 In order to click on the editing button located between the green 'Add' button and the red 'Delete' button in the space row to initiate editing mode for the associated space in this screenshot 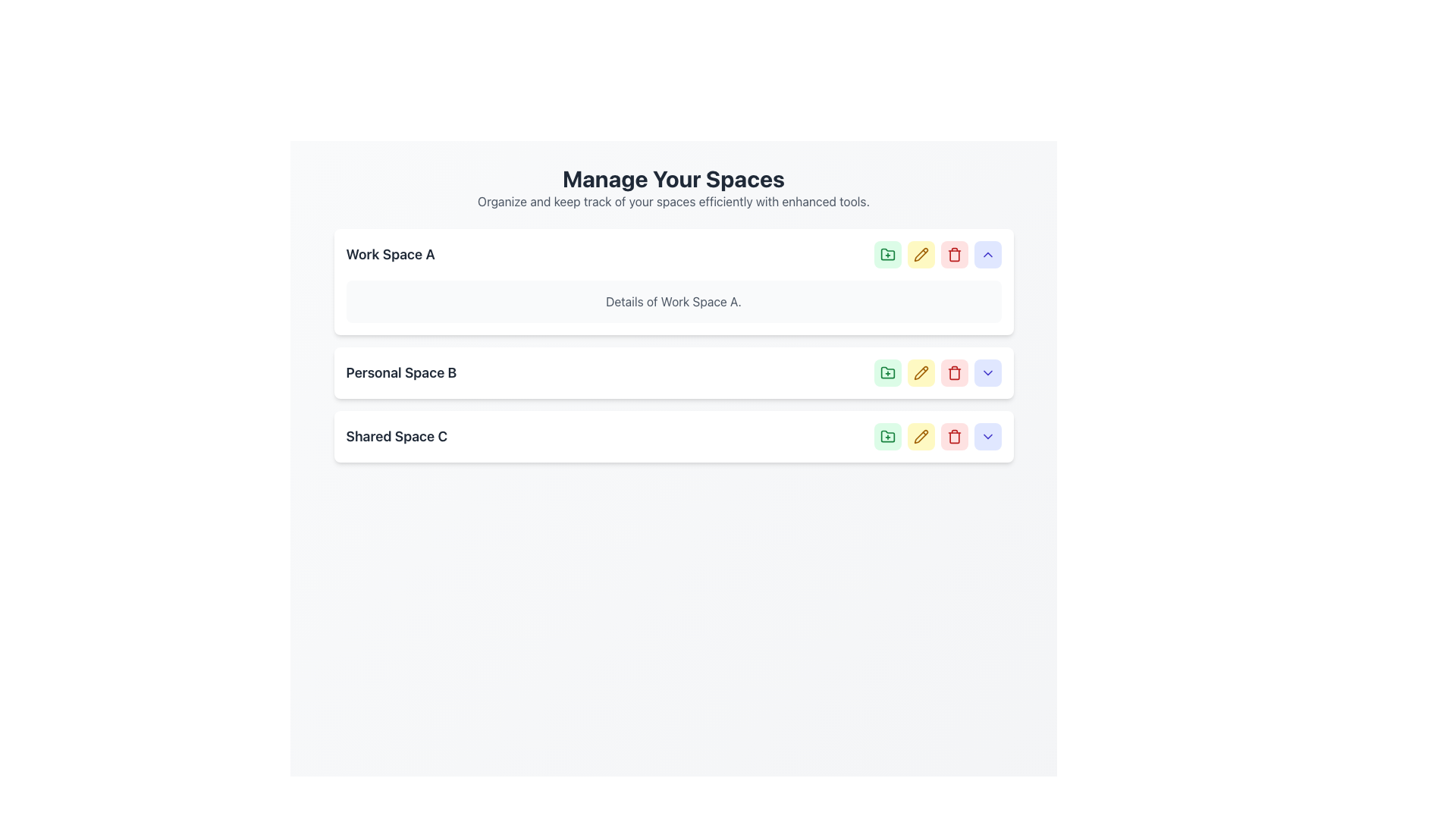, I will do `click(920, 373)`.